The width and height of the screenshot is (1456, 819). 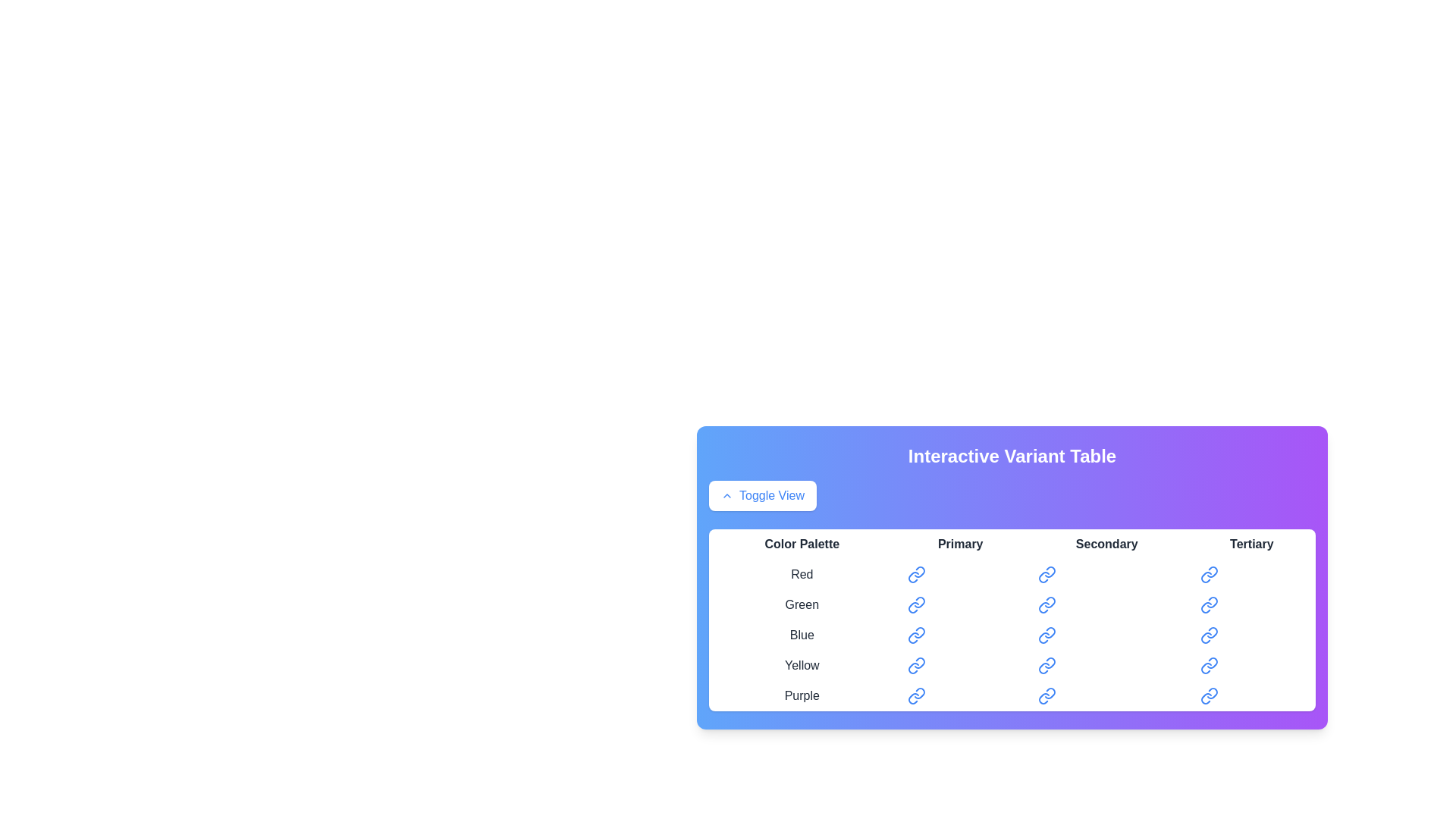 I want to click on the hyperlink icon styled in blue located in the 'Secondary' column adjacent to the 'Blue' row in the 'Interactive Variant Table', so click(x=1049, y=632).